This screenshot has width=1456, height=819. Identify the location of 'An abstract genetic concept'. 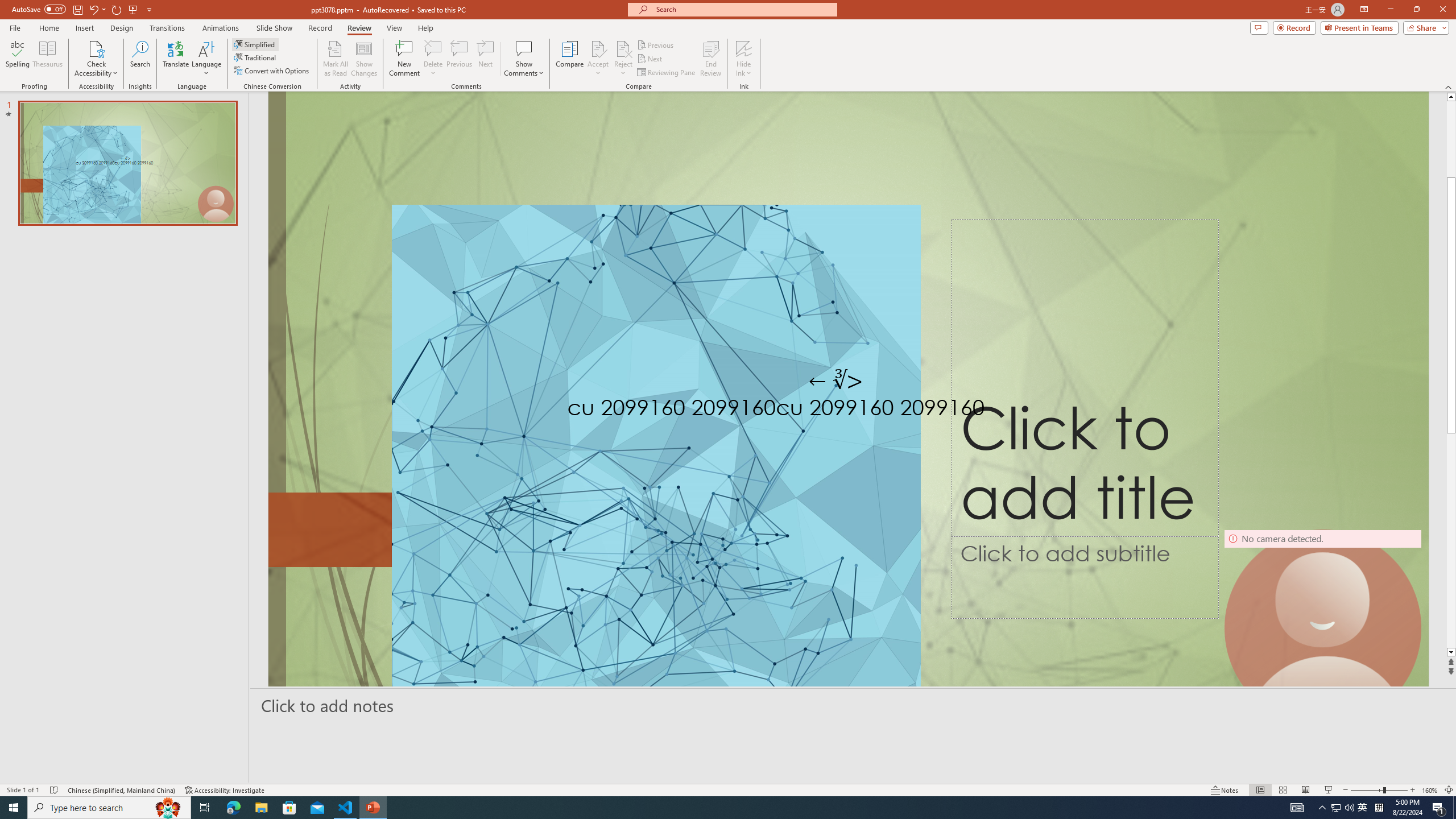
(848, 412).